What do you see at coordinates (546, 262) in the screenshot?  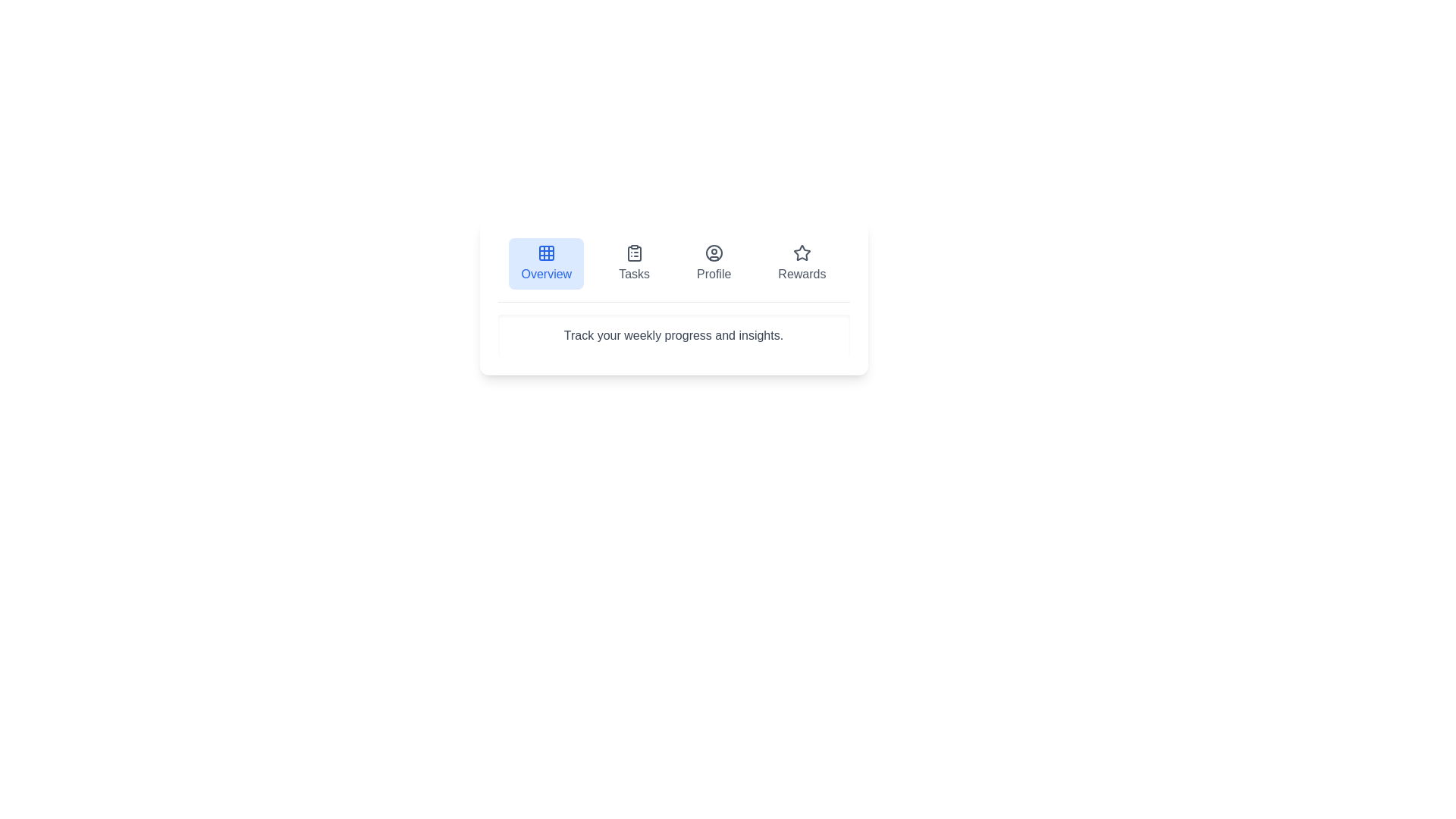 I see `the 'Overview' button` at bounding box center [546, 262].